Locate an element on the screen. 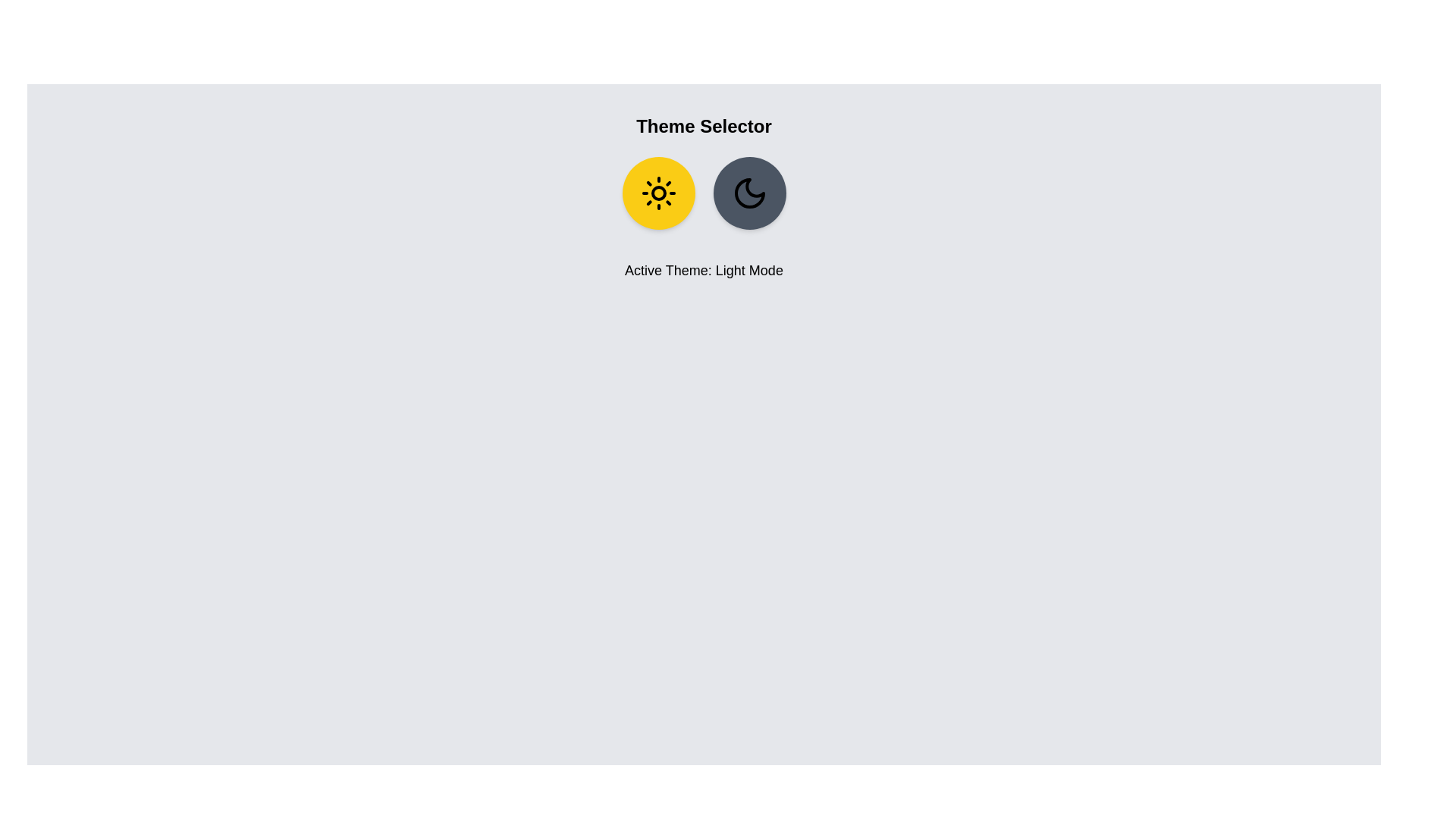 The height and width of the screenshot is (819, 1456). the moon button to observe the hover effect is located at coordinates (749, 192).